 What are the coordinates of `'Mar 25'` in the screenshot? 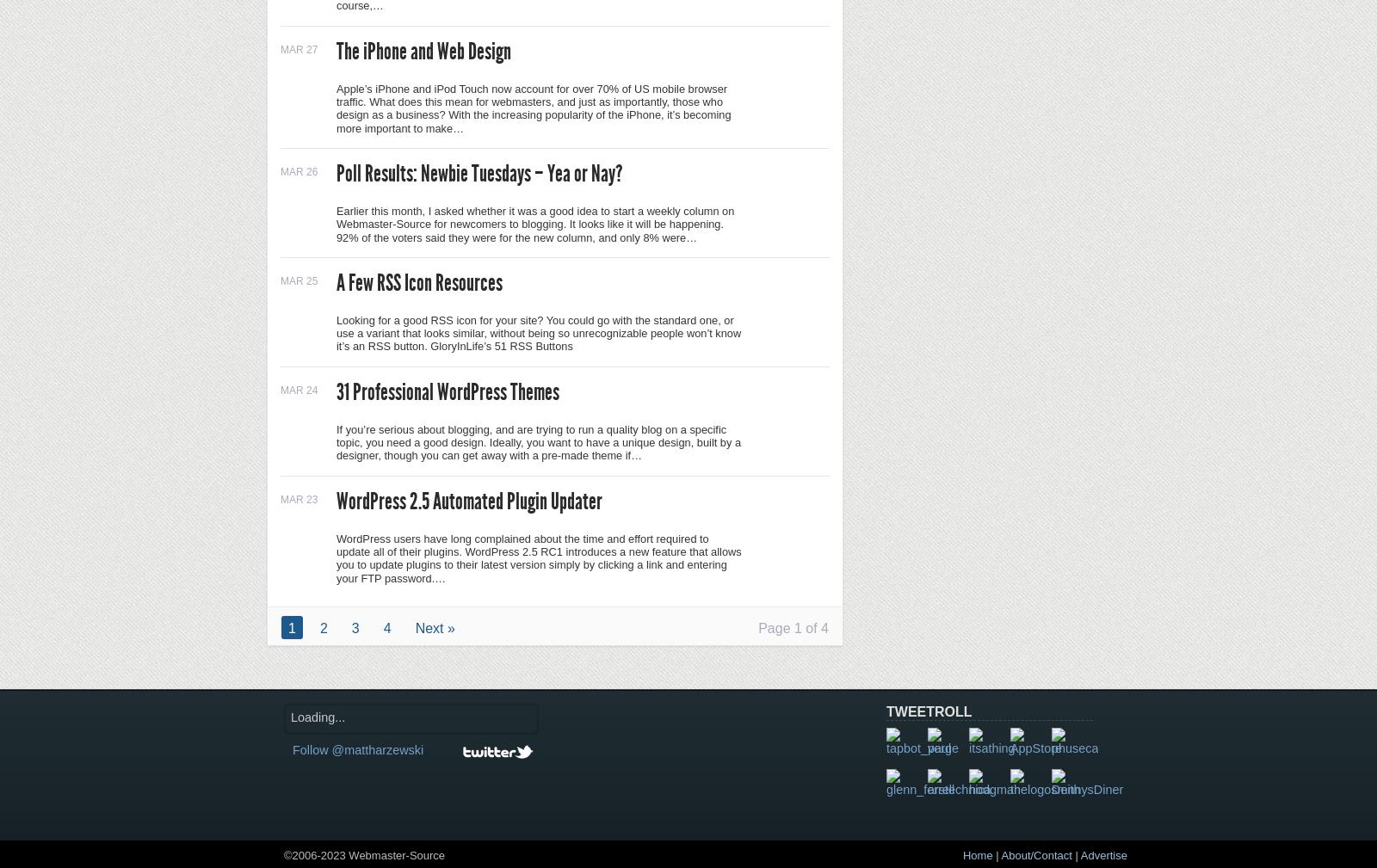 It's located at (299, 280).